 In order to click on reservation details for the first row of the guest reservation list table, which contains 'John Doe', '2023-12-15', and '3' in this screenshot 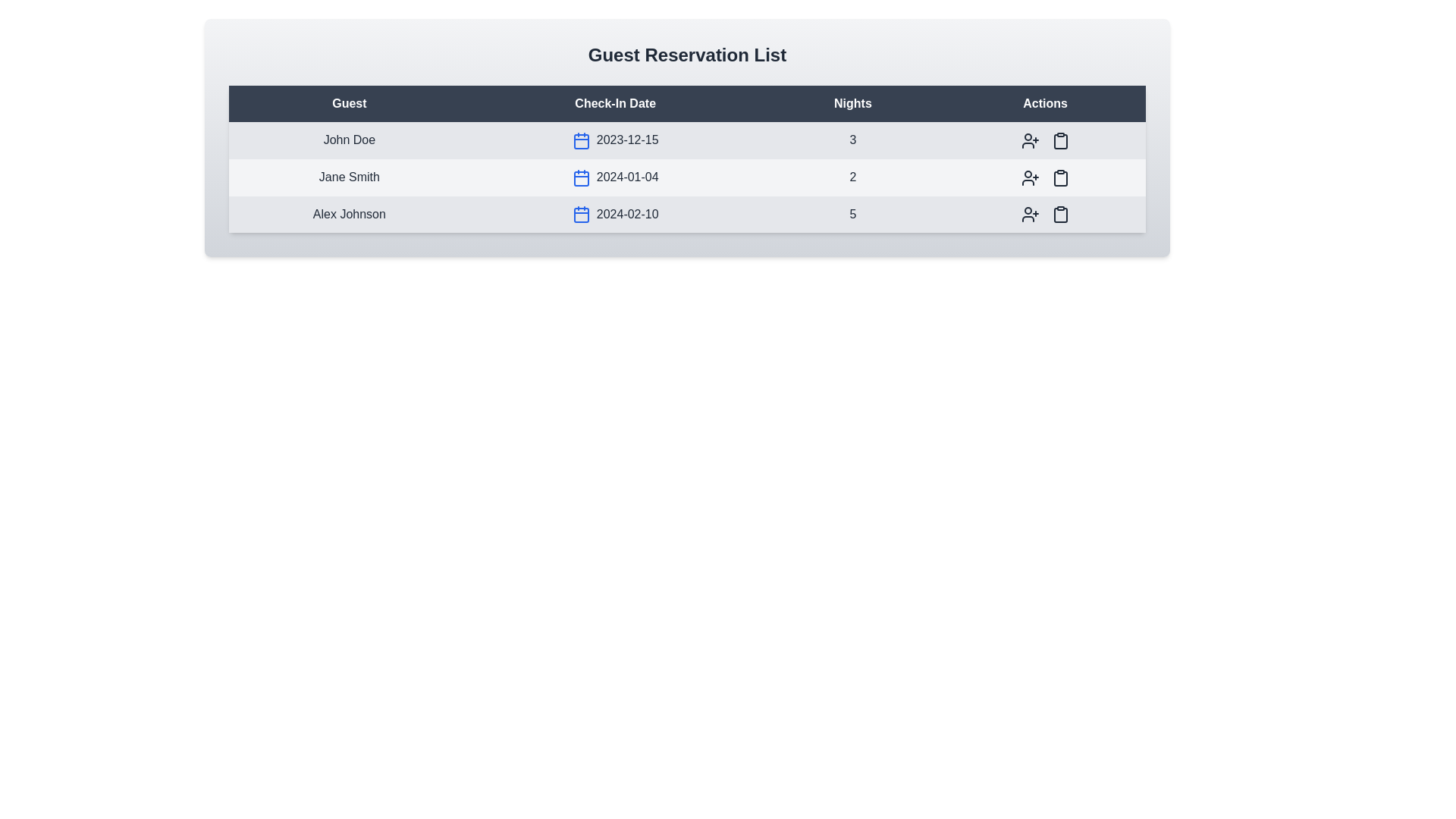, I will do `click(686, 140)`.